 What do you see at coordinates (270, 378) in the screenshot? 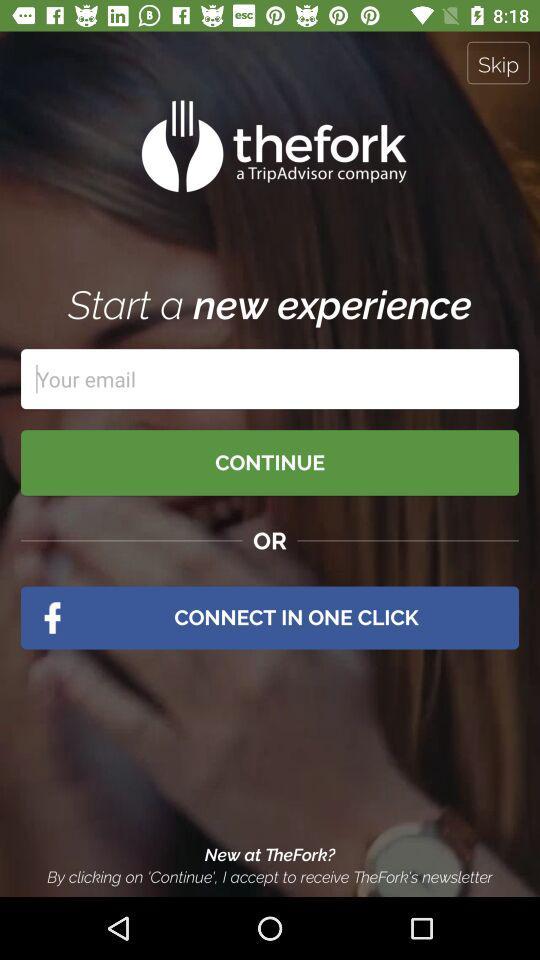
I see `email id` at bounding box center [270, 378].